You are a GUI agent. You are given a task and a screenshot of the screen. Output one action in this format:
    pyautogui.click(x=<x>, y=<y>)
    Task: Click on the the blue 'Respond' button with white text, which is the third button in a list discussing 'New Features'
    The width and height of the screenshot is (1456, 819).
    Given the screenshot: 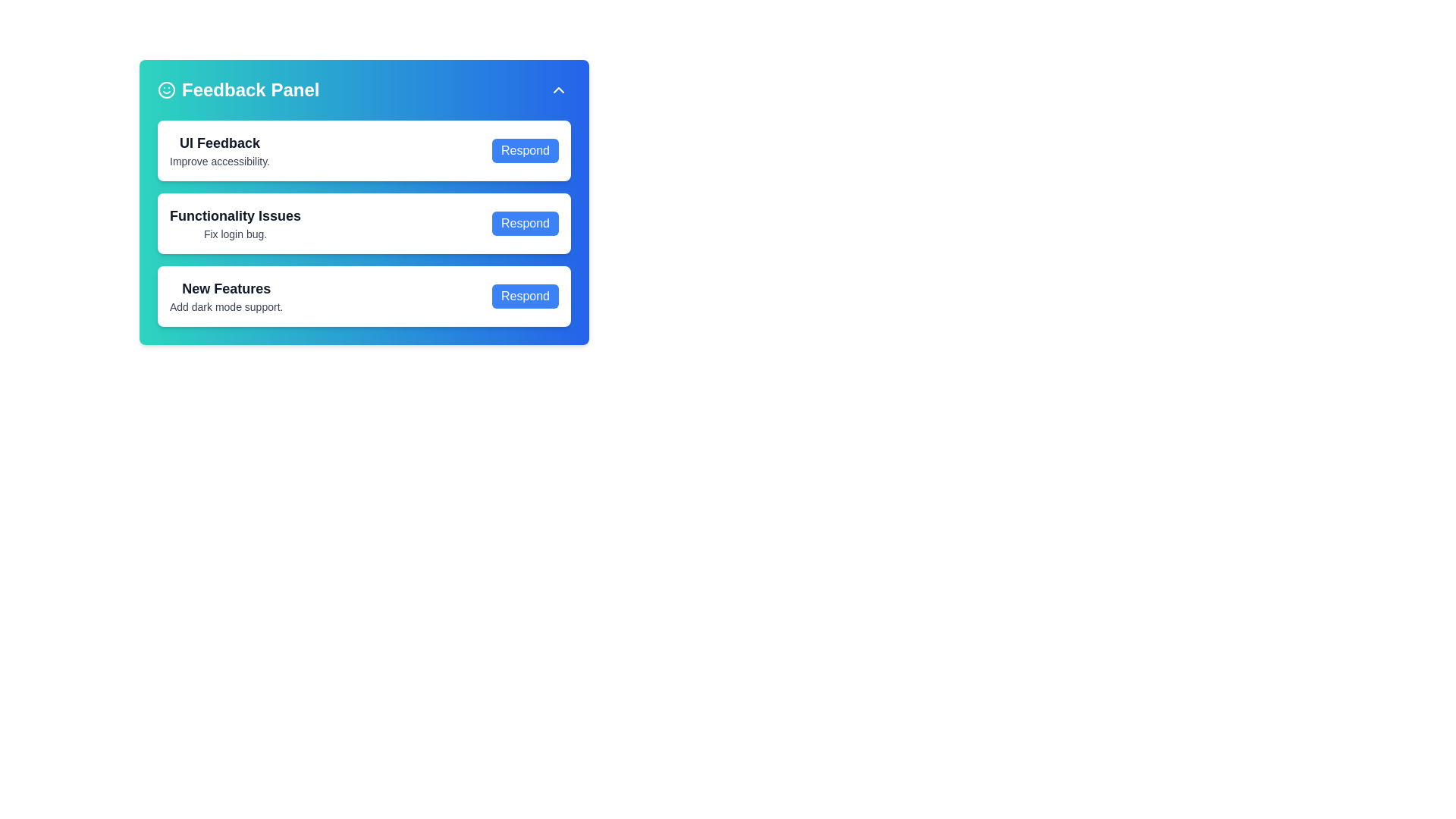 What is the action you would take?
    pyautogui.click(x=525, y=296)
    